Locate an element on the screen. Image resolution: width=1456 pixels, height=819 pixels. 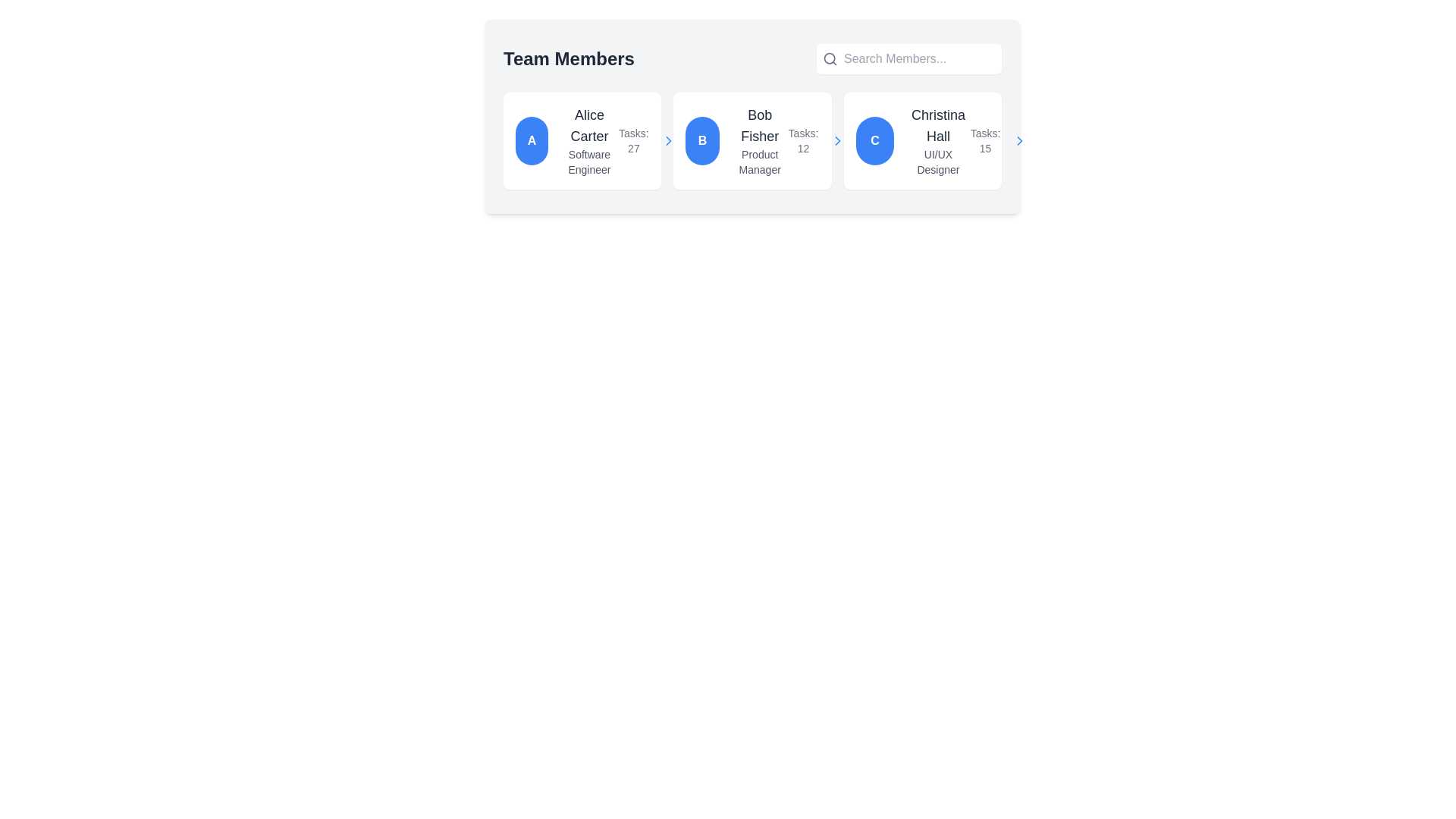
the Summary card for Bob Fisher, which is the middle item is located at coordinates (752, 140).